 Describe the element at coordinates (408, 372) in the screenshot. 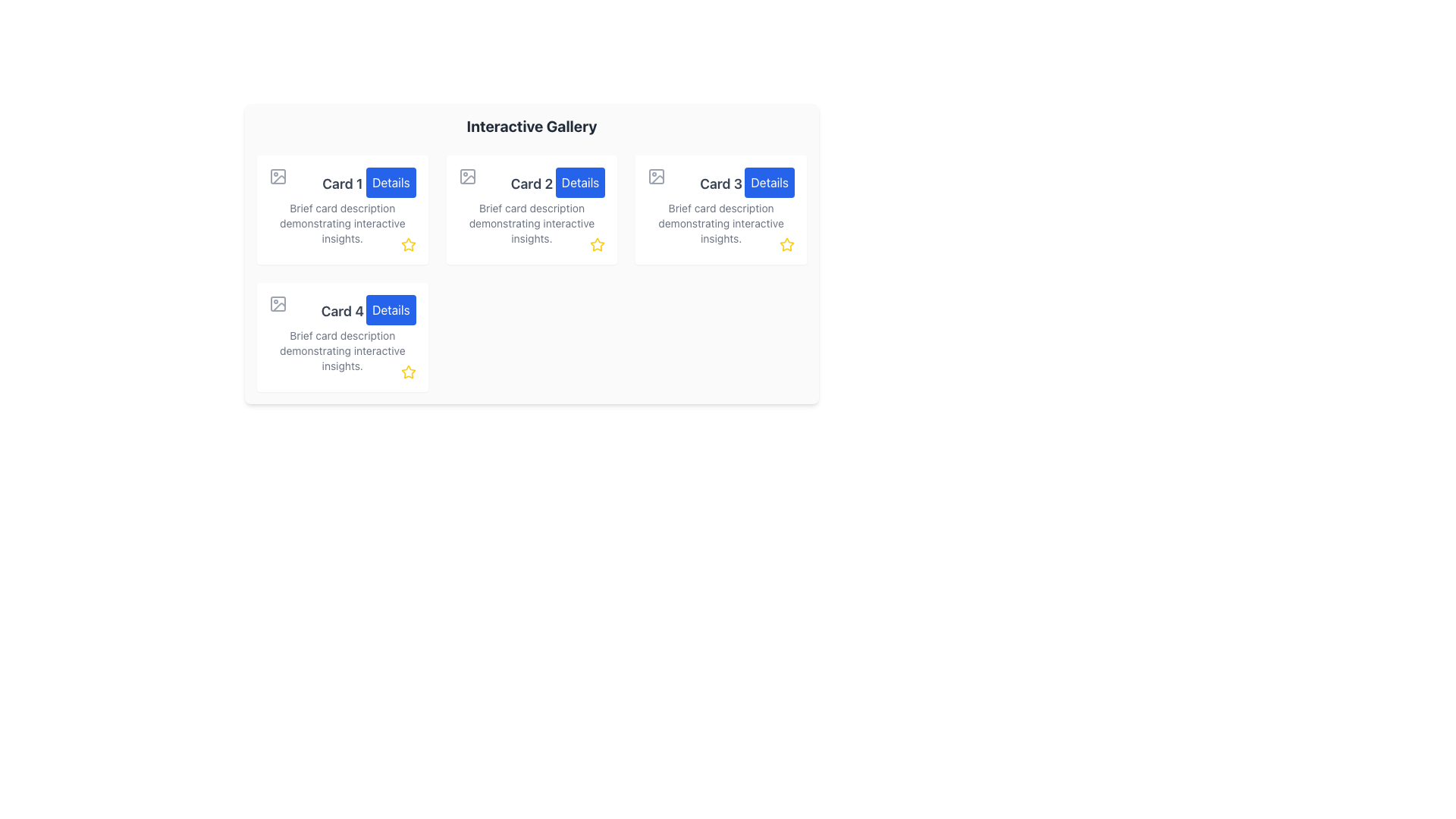

I see `the Star Icon located at the bottom-right corner of the 'Card 4' card, which serves as an interactive component to mark the card as notable or a favorite` at that location.